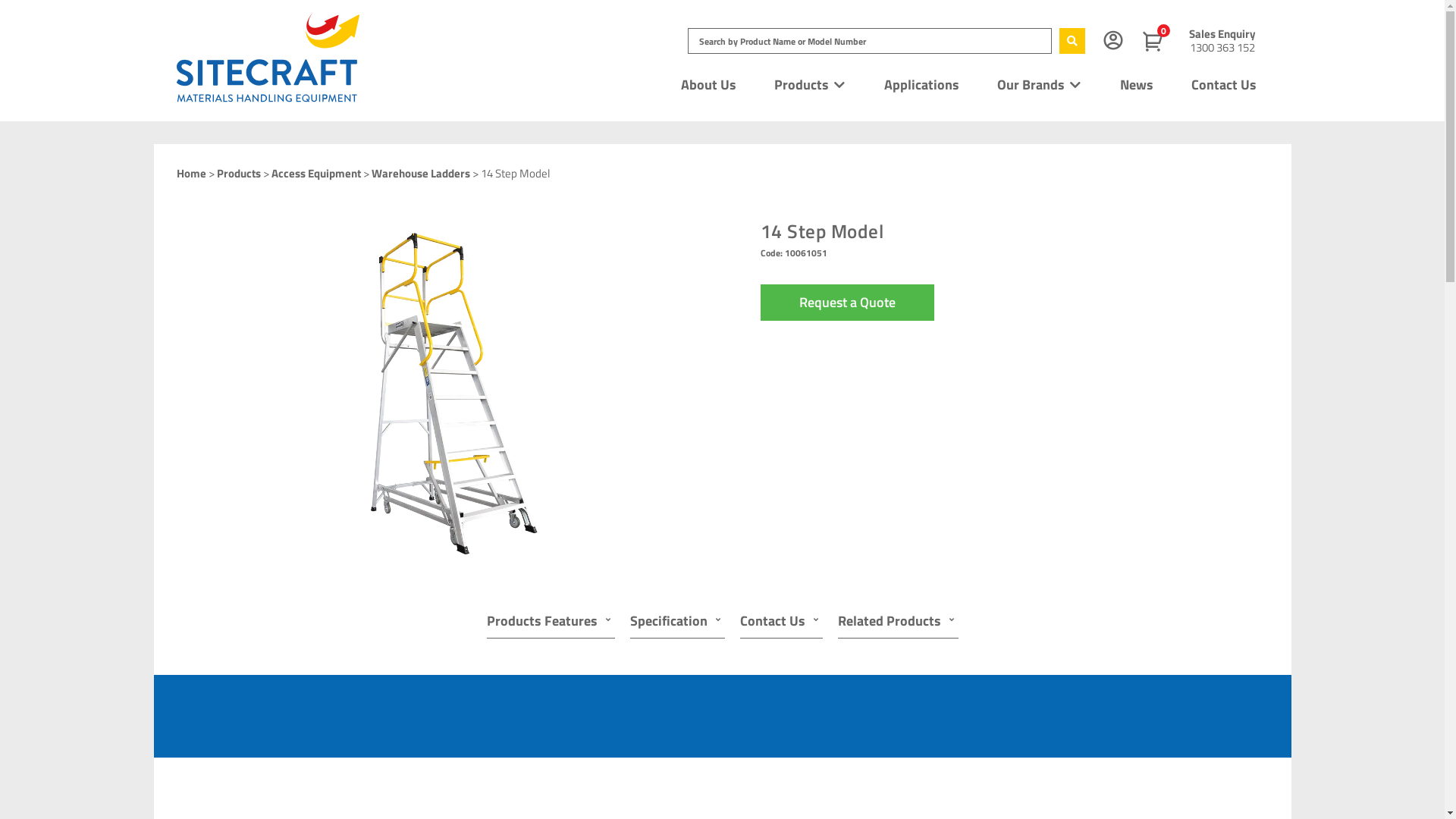 This screenshot has height=819, width=1456. What do you see at coordinates (897, 622) in the screenshot?
I see `'Related Products'` at bounding box center [897, 622].